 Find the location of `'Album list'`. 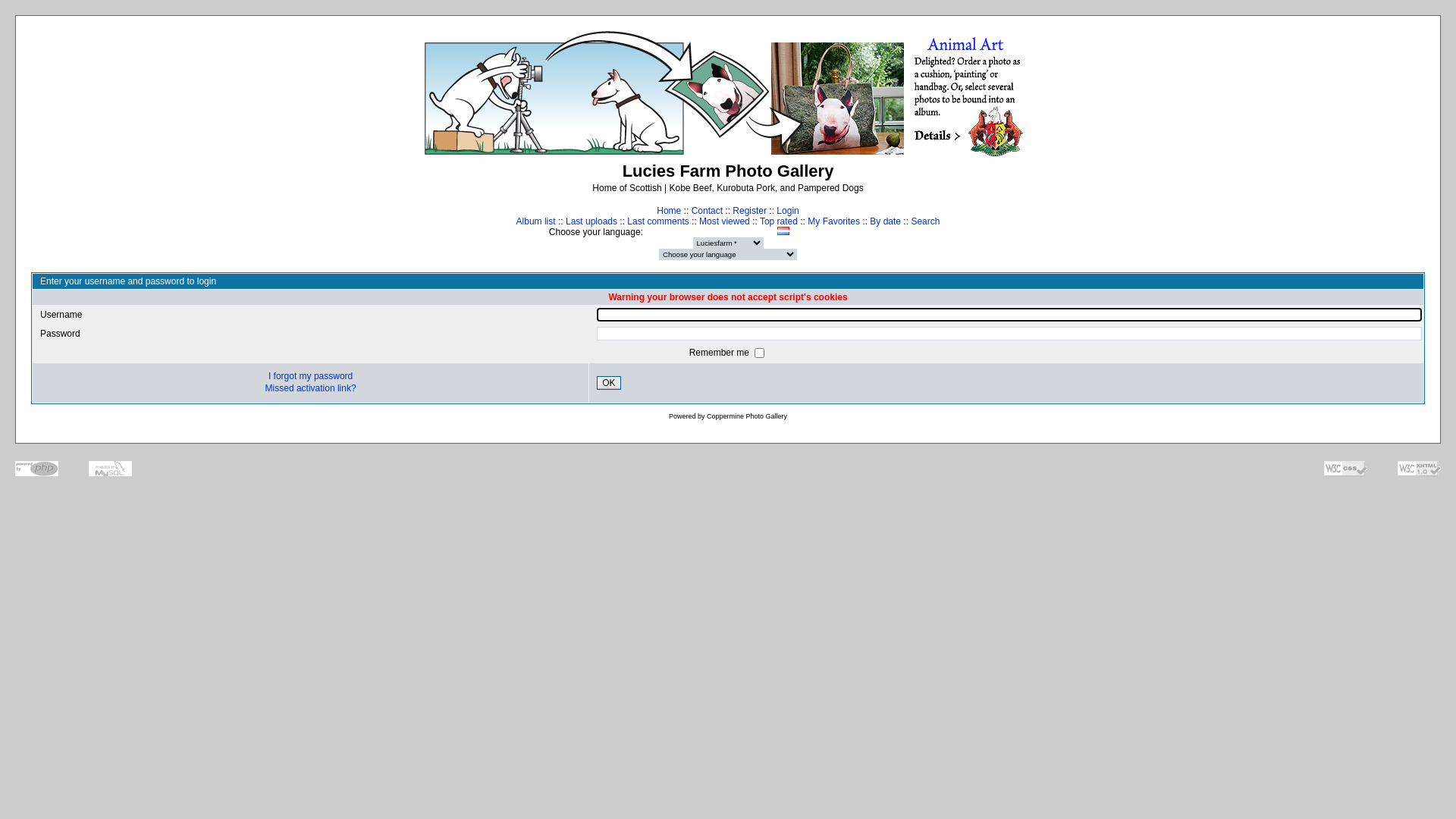

'Album list' is located at coordinates (535, 221).